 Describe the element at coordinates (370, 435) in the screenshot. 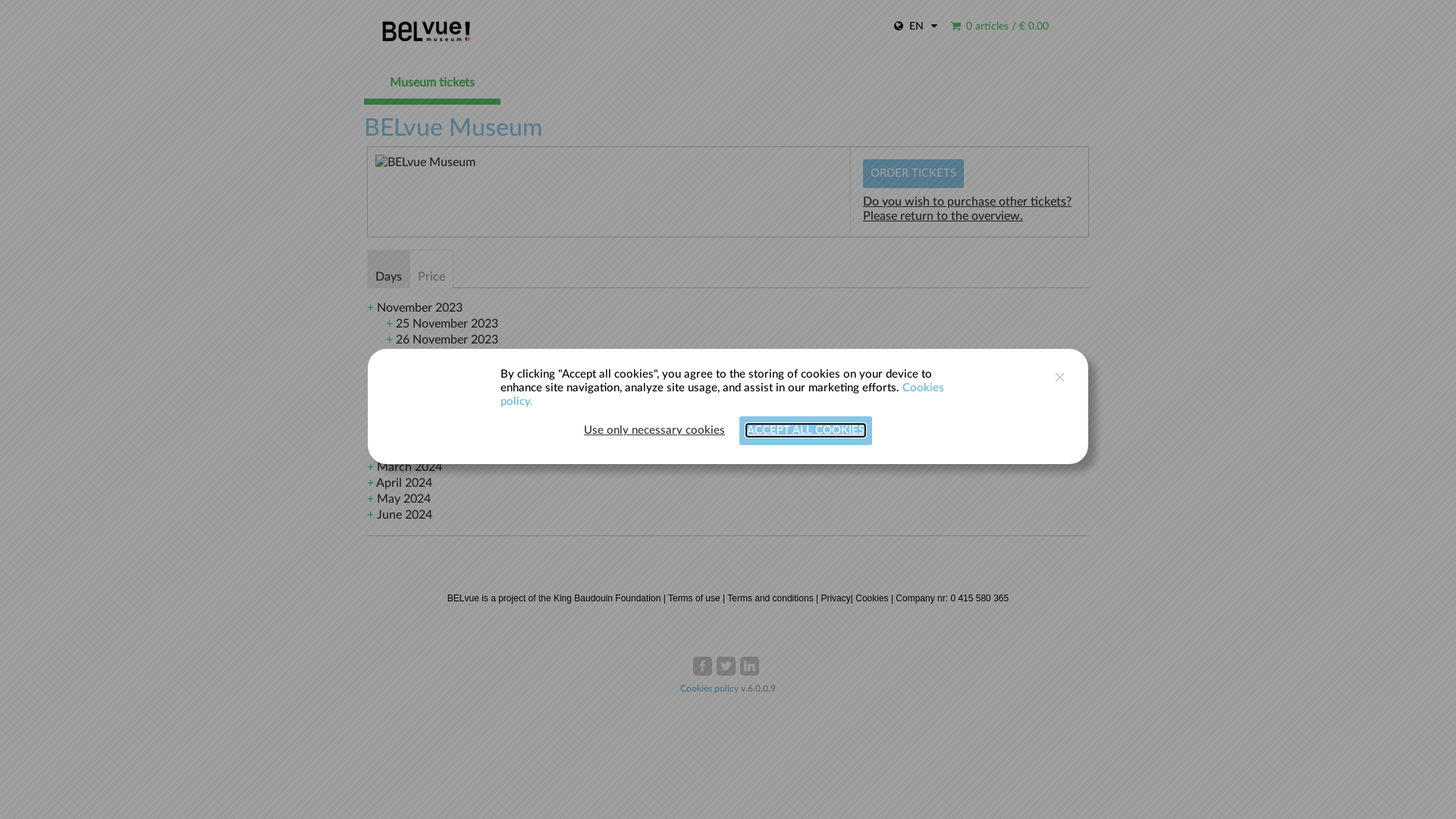

I see `'+'` at that location.